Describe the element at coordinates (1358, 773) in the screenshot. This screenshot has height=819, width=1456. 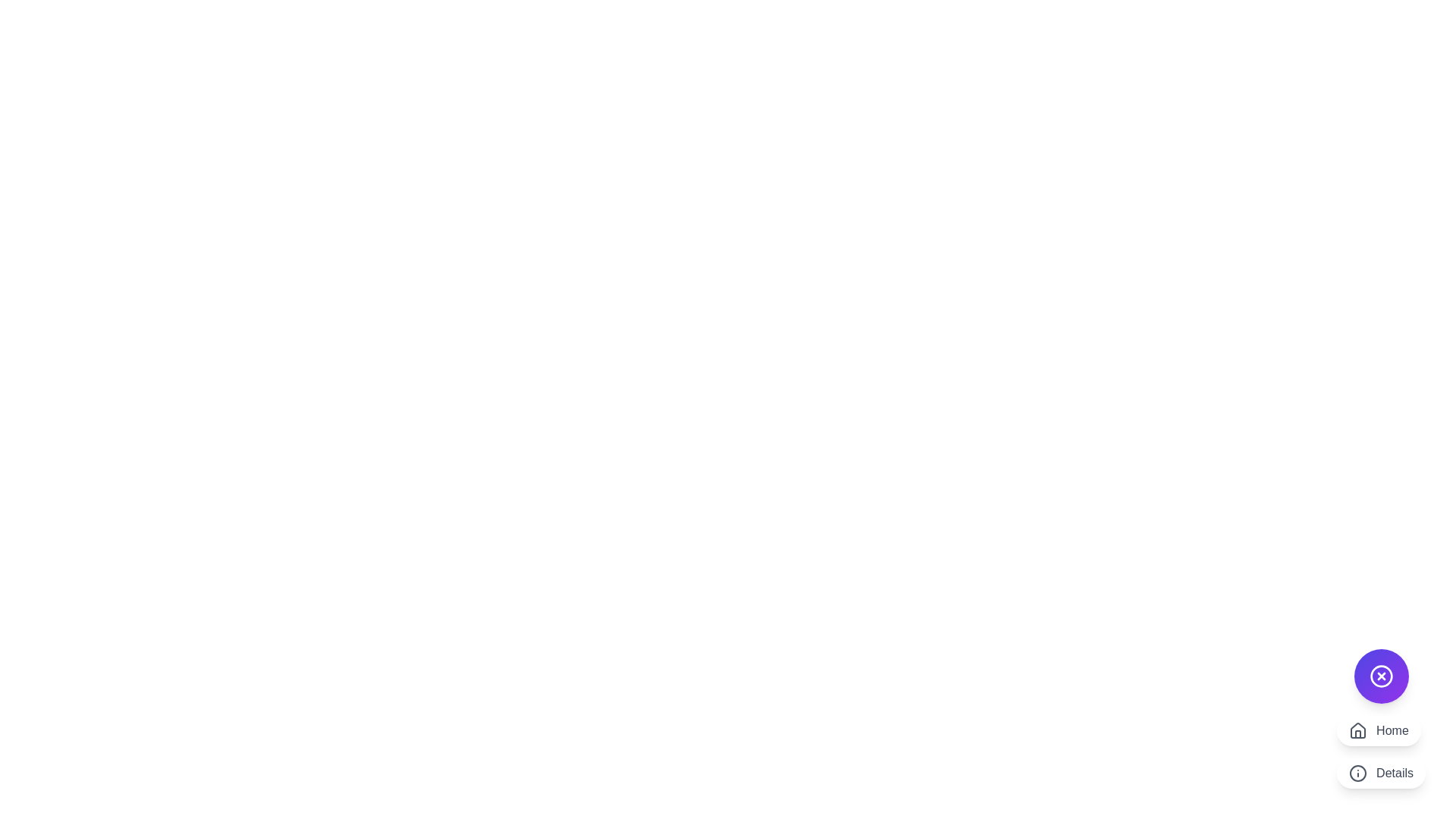
I see `the SVG circle graphic located near the bottom-right corner of the interface, adjacent to the 'Home' and 'Details' icons` at that location.